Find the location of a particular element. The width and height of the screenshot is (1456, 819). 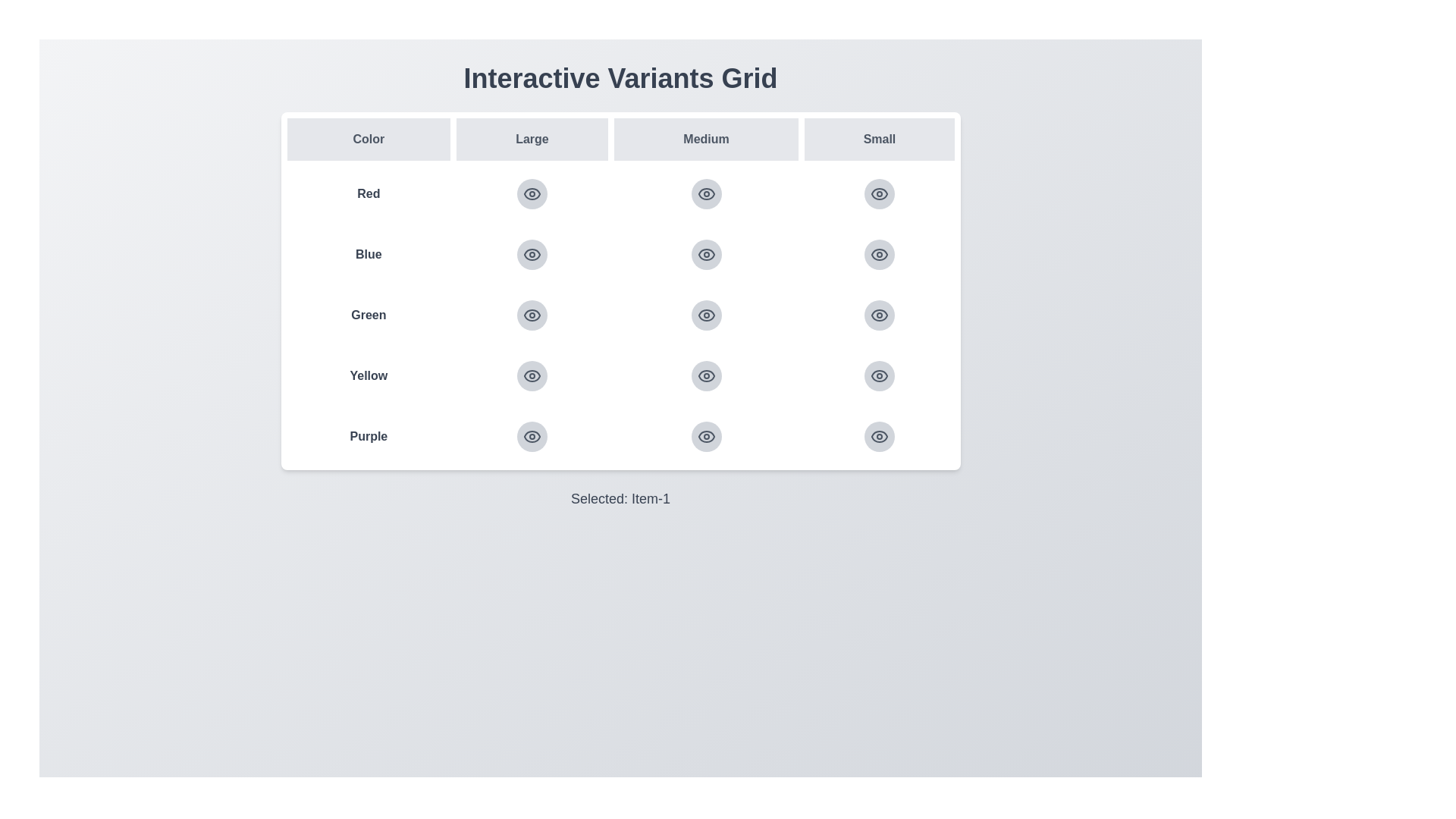

the small circular button in the row labeled 'Red' under the 'Medium' column in the grid interface is located at coordinates (620, 193).